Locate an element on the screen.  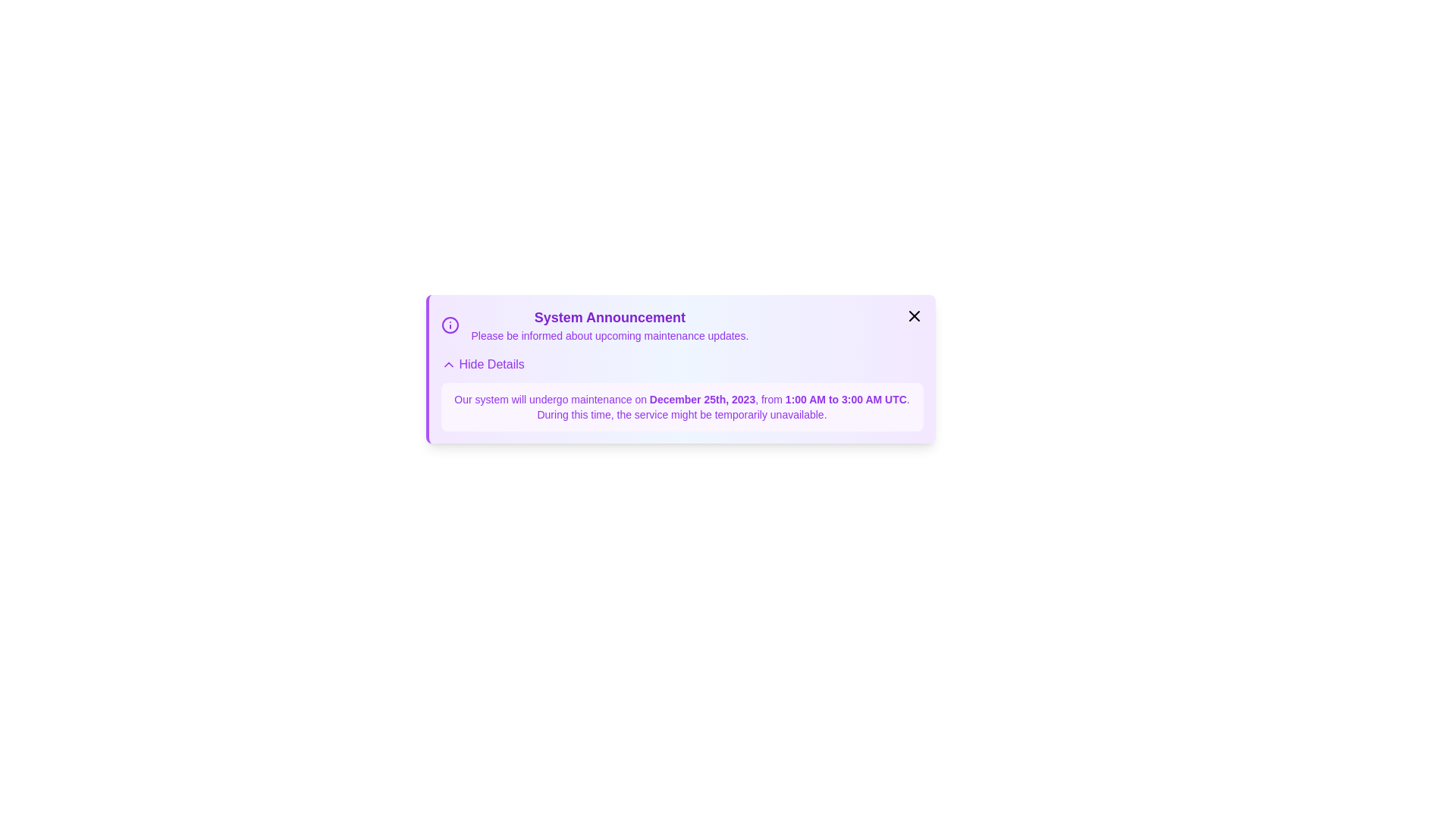
the informational icon located in the upper-left region of the notification box, adjacent to the text titled 'System Announcement' is located at coordinates (449, 324).